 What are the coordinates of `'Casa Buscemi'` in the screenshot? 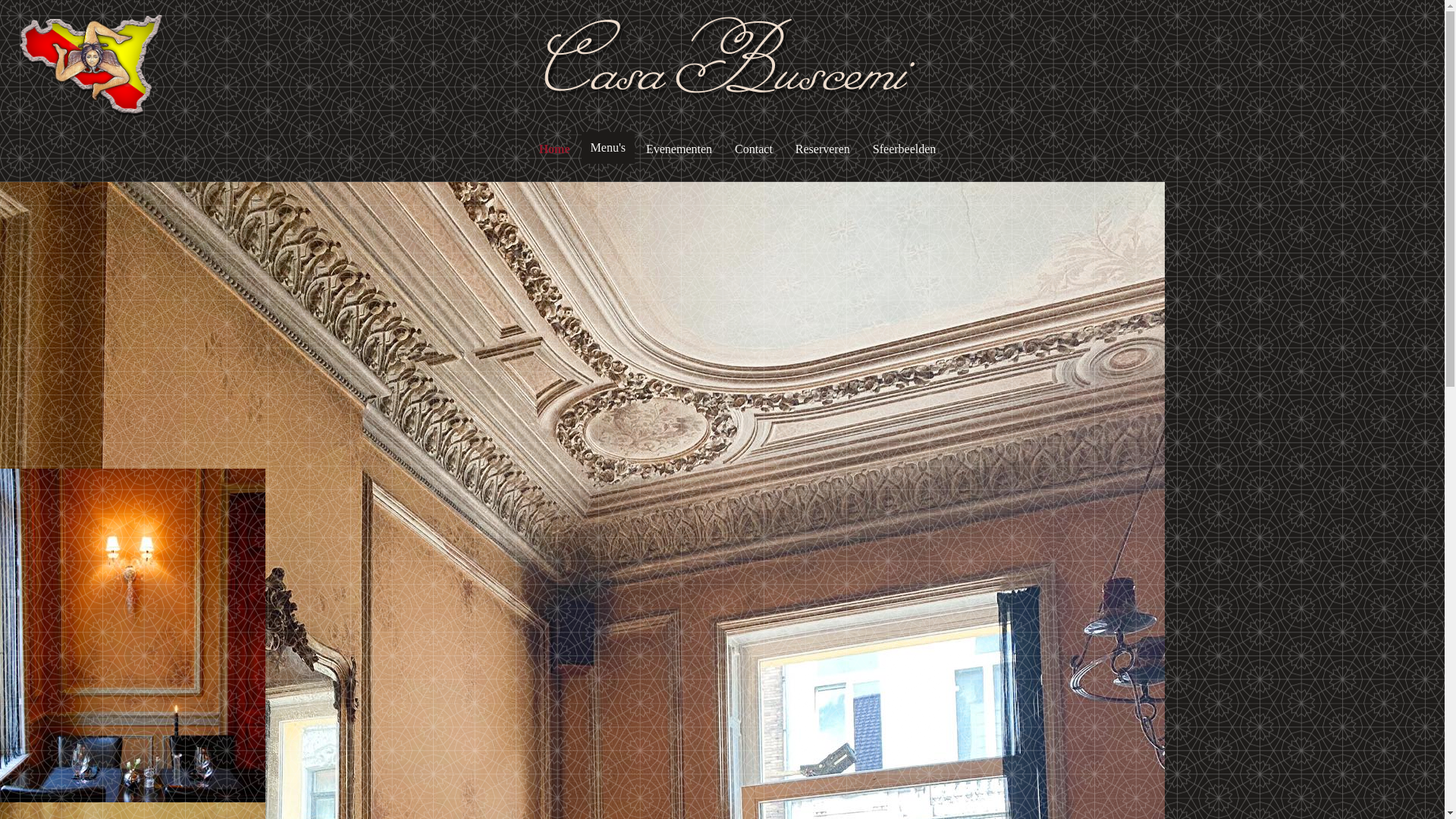 It's located at (538, 64).